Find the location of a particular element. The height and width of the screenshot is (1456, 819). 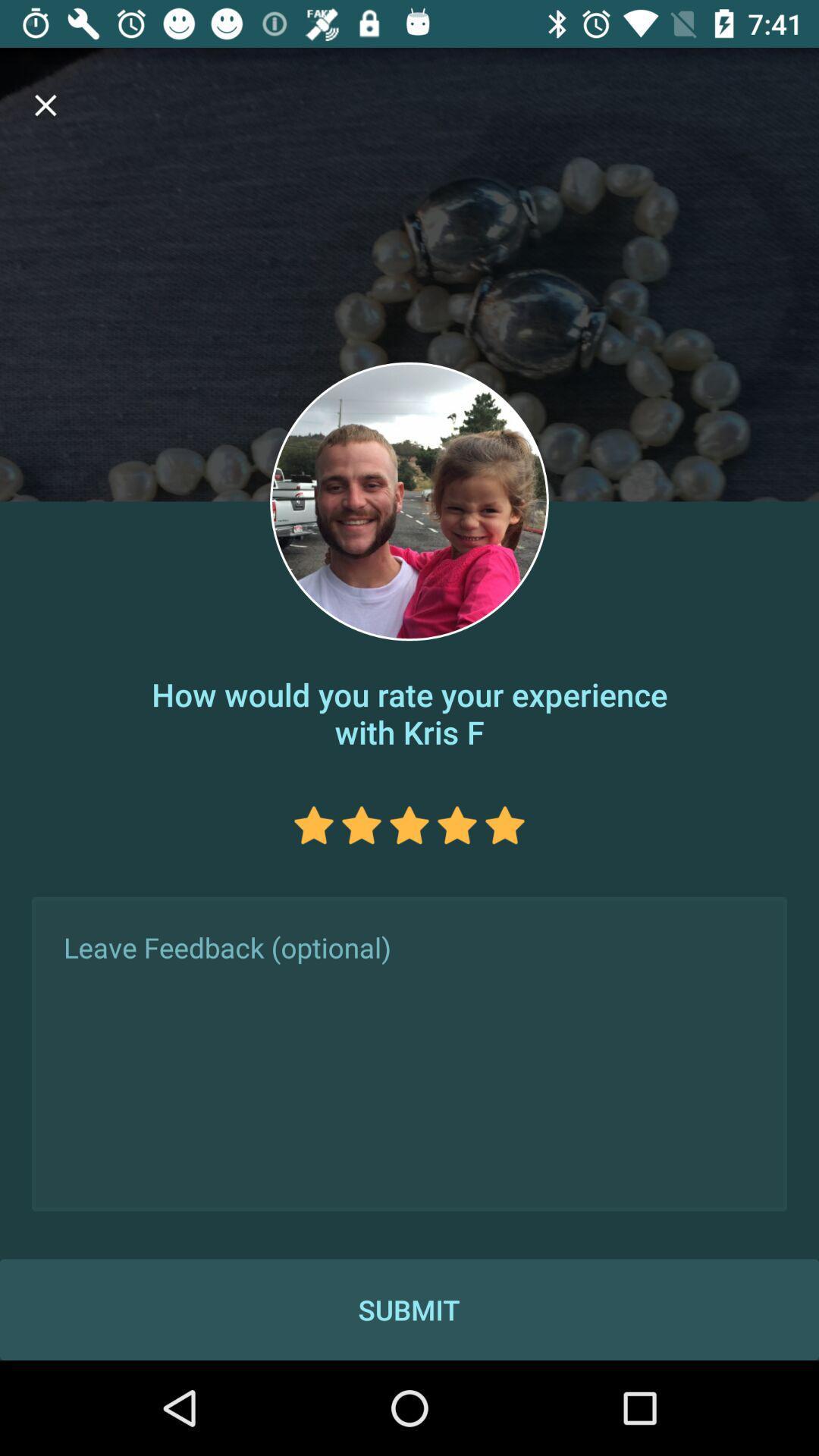

click ratings is located at coordinates (362, 824).